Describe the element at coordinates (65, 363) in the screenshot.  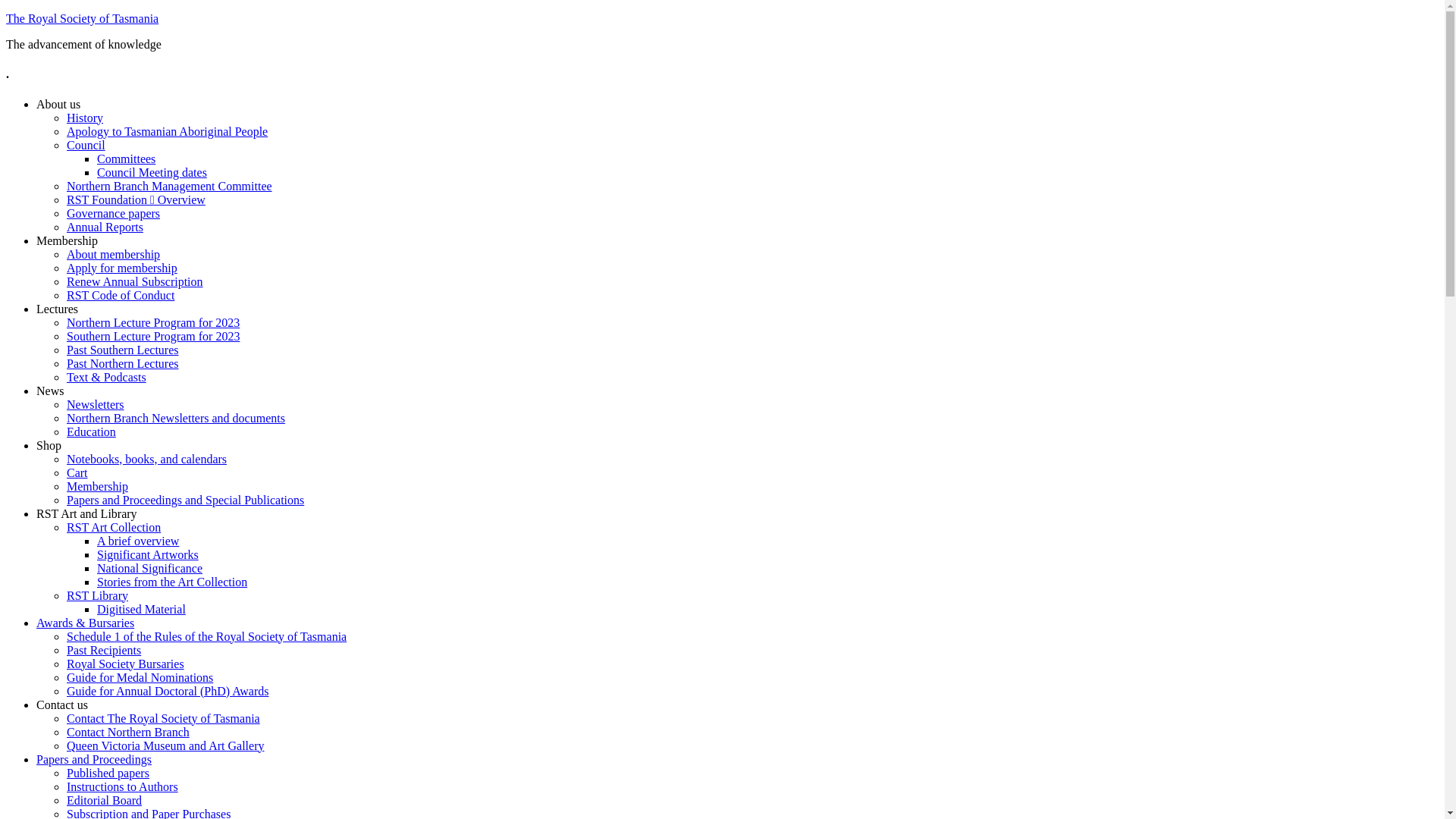
I see `'Past Northern Lectures'` at that location.